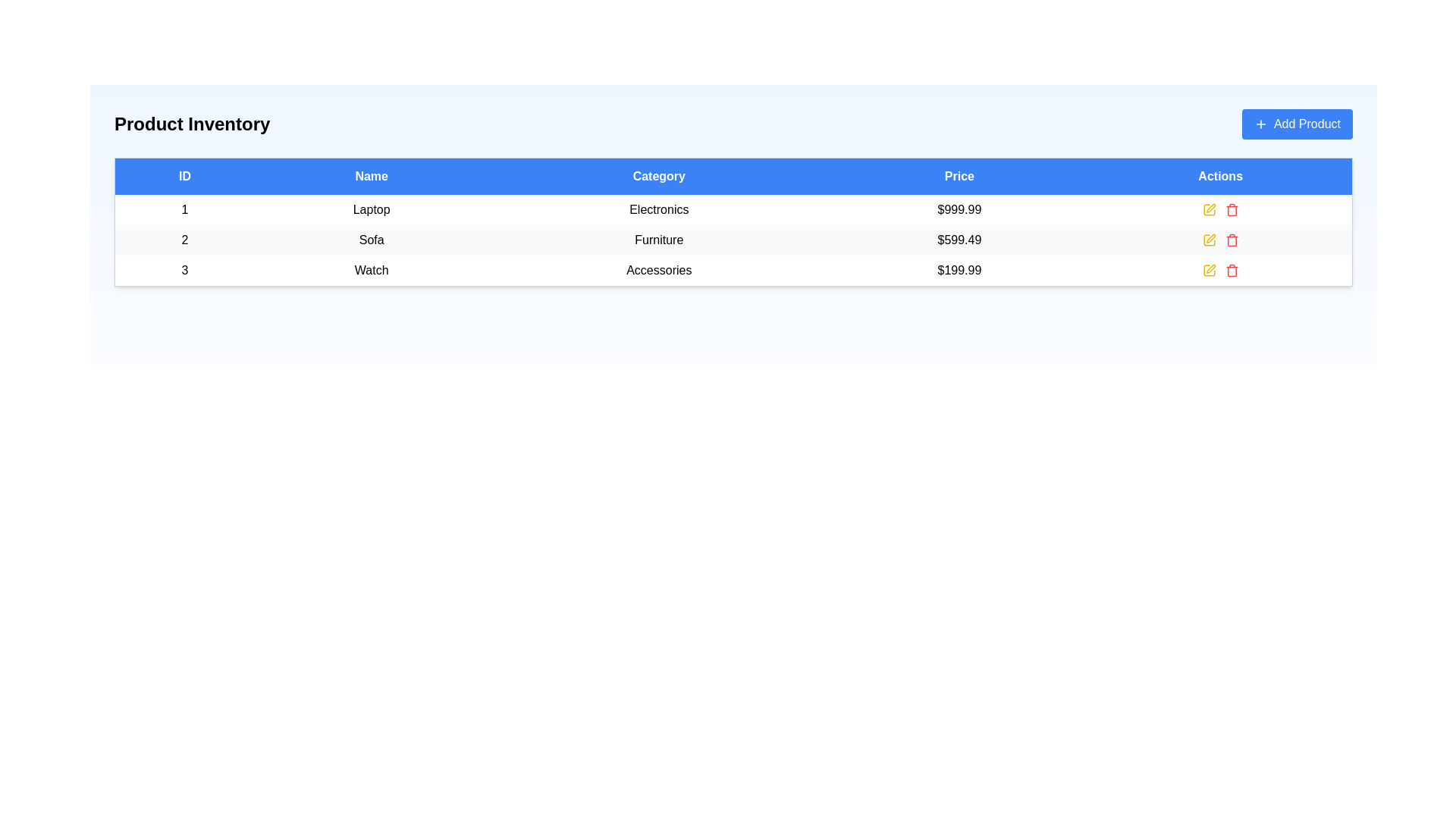 The height and width of the screenshot is (819, 1456). What do you see at coordinates (1208, 210) in the screenshot?
I see `the decorative SVG element representing an editing action for the 'Watch' product located in the third row of the 'Actions' column in the table` at bounding box center [1208, 210].